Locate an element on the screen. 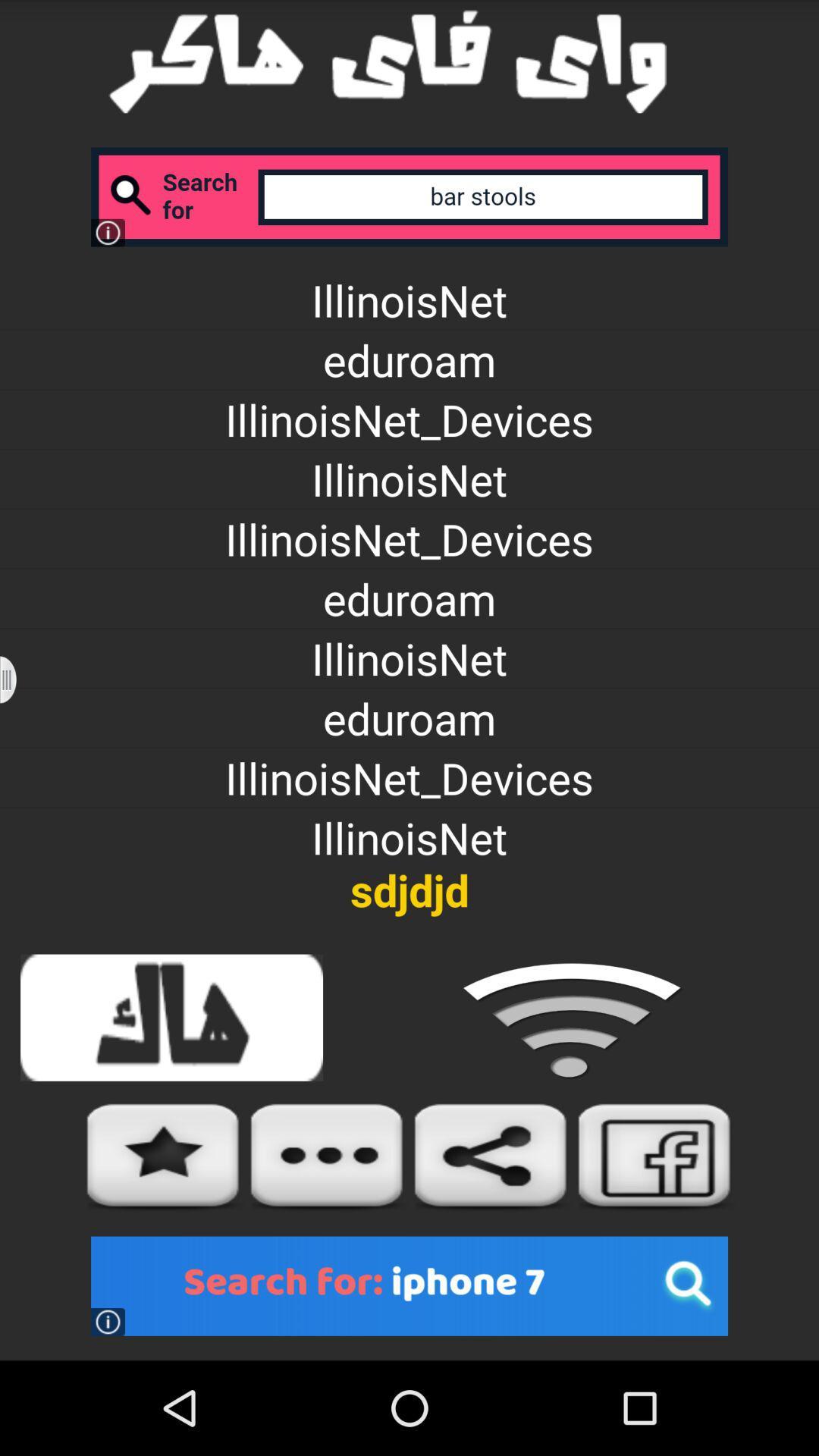 The width and height of the screenshot is (819, 1456). search is located at coordinates (409, 196).